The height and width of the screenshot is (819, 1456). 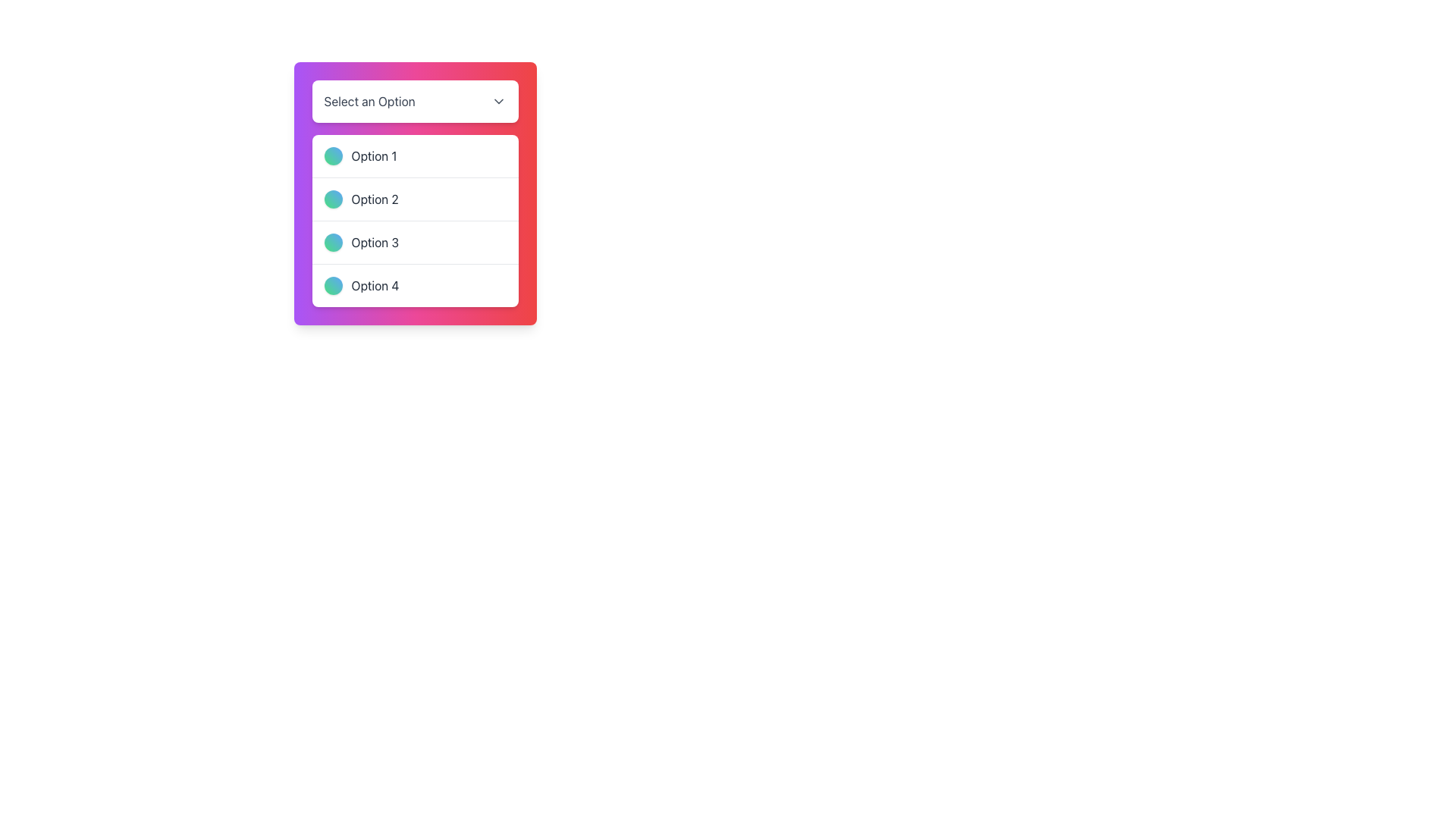 I want to click on the text label 'Option 3' in the dropdown menu, which is the third item in a vertical list located to the right of a circular gradient icon, so click(x=375, y=242).